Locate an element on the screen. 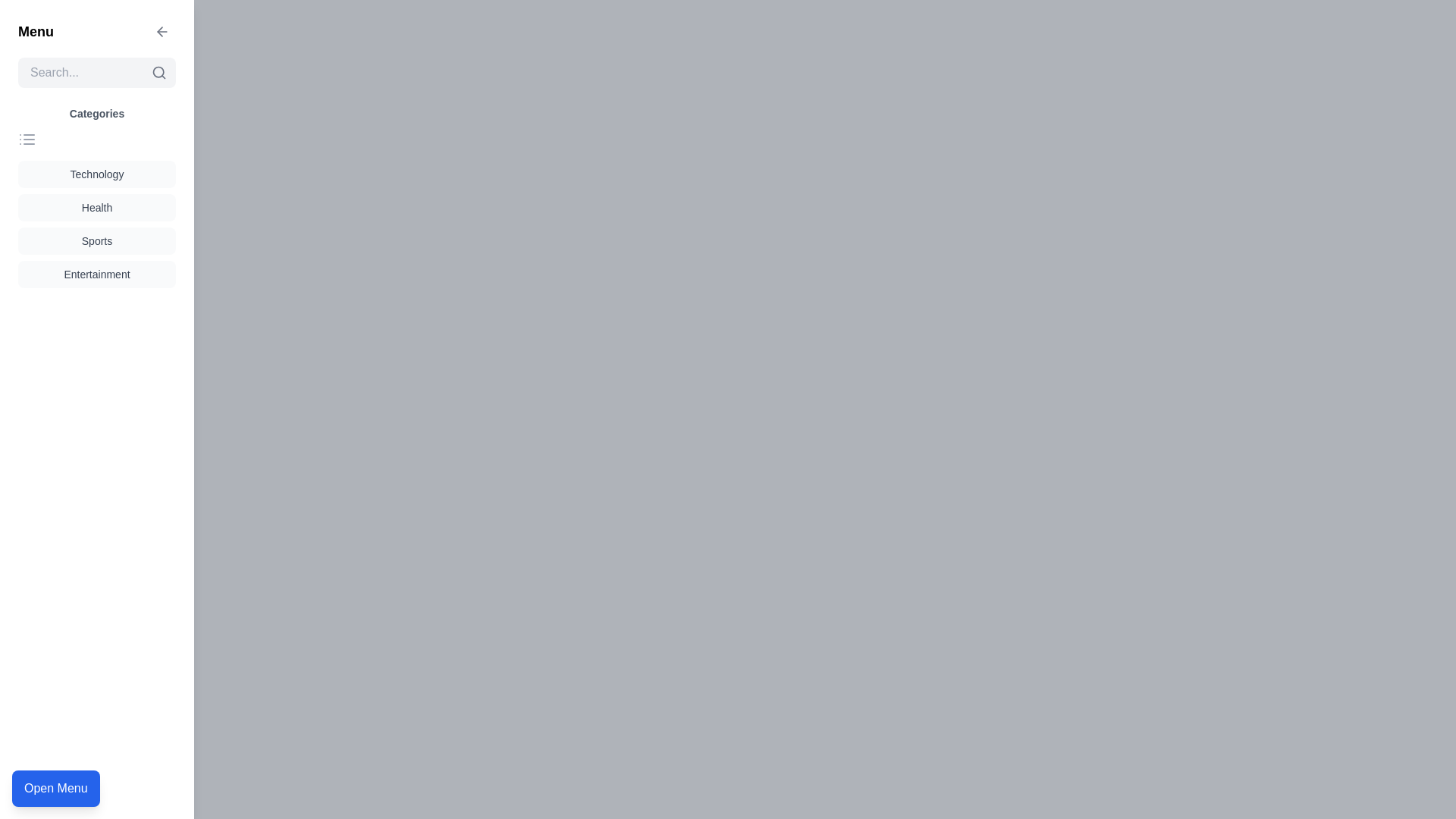 This screenshot has width=1456, height=819. the fourth button in the vertical list under the 'Categories' section on the left sidebar is located at coordinates (96, 275).